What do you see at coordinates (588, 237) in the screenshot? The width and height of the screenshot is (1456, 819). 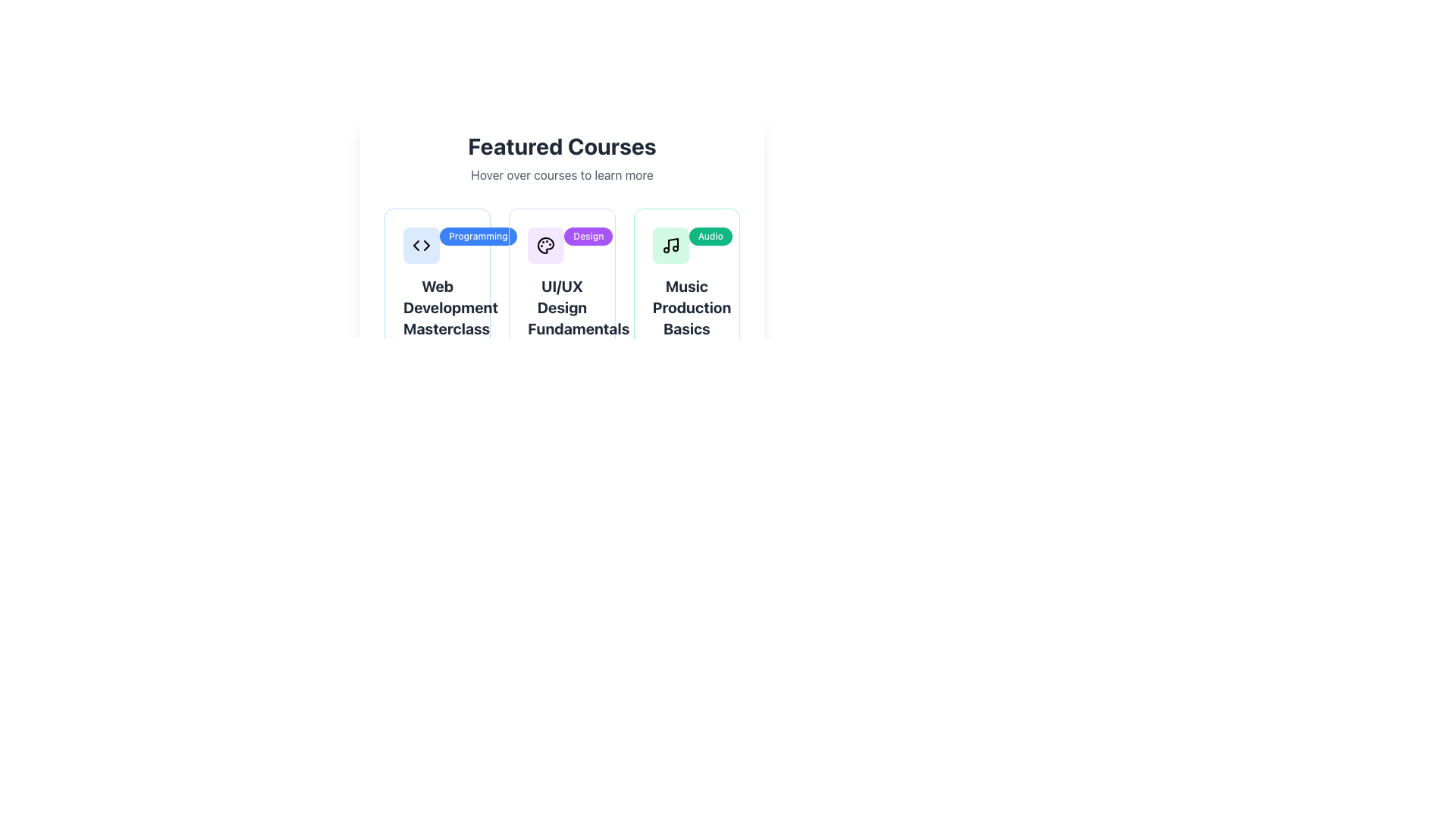 I see `the pill-shaped tag labeled 'Design' with a purple background and white text, located in the 'UI/UX Design Fundamentals' card in the 'Featured Courses' section` at bounding box center [588, 237].